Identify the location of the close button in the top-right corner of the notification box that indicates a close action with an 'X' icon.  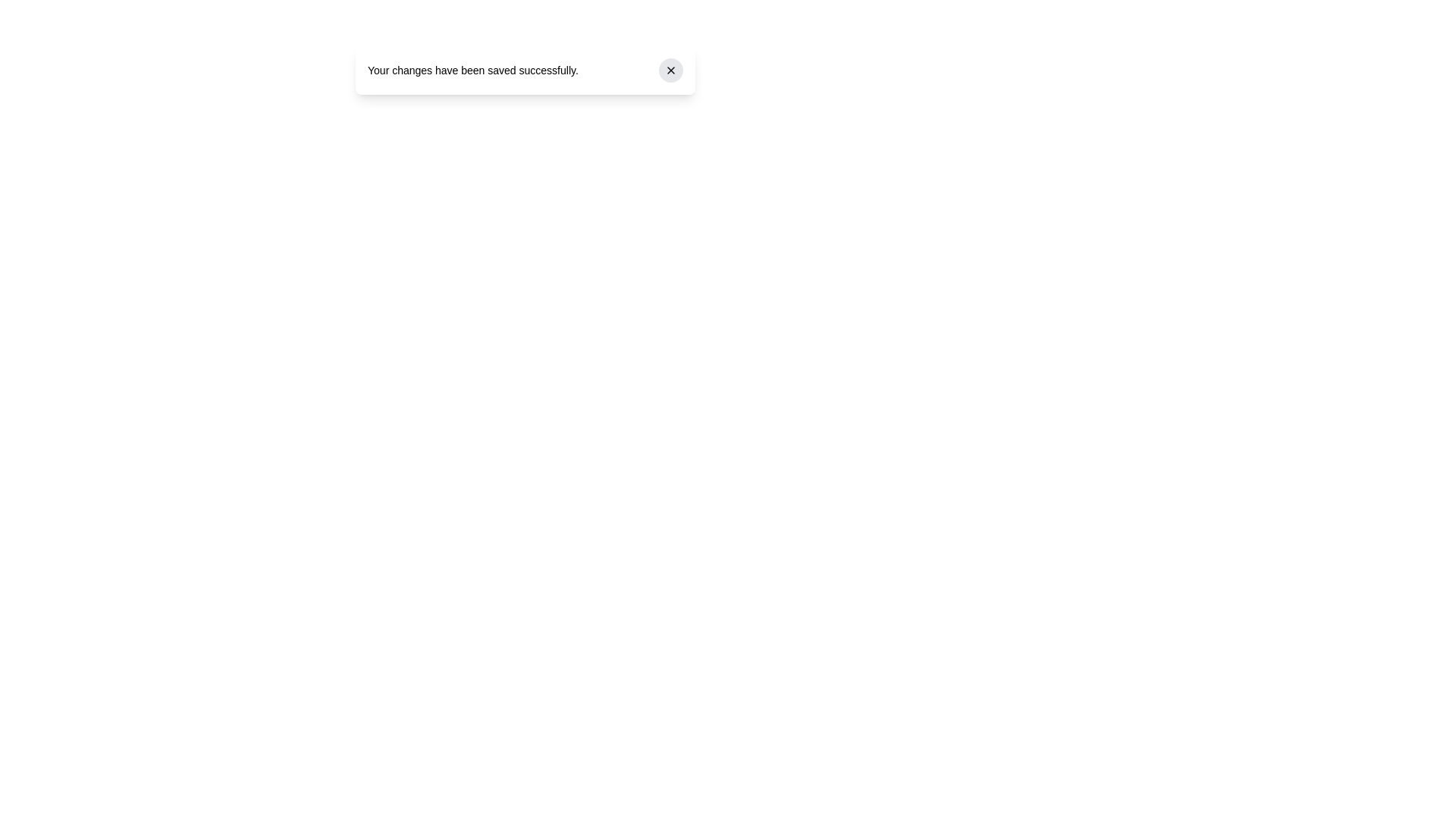
(670, 70).